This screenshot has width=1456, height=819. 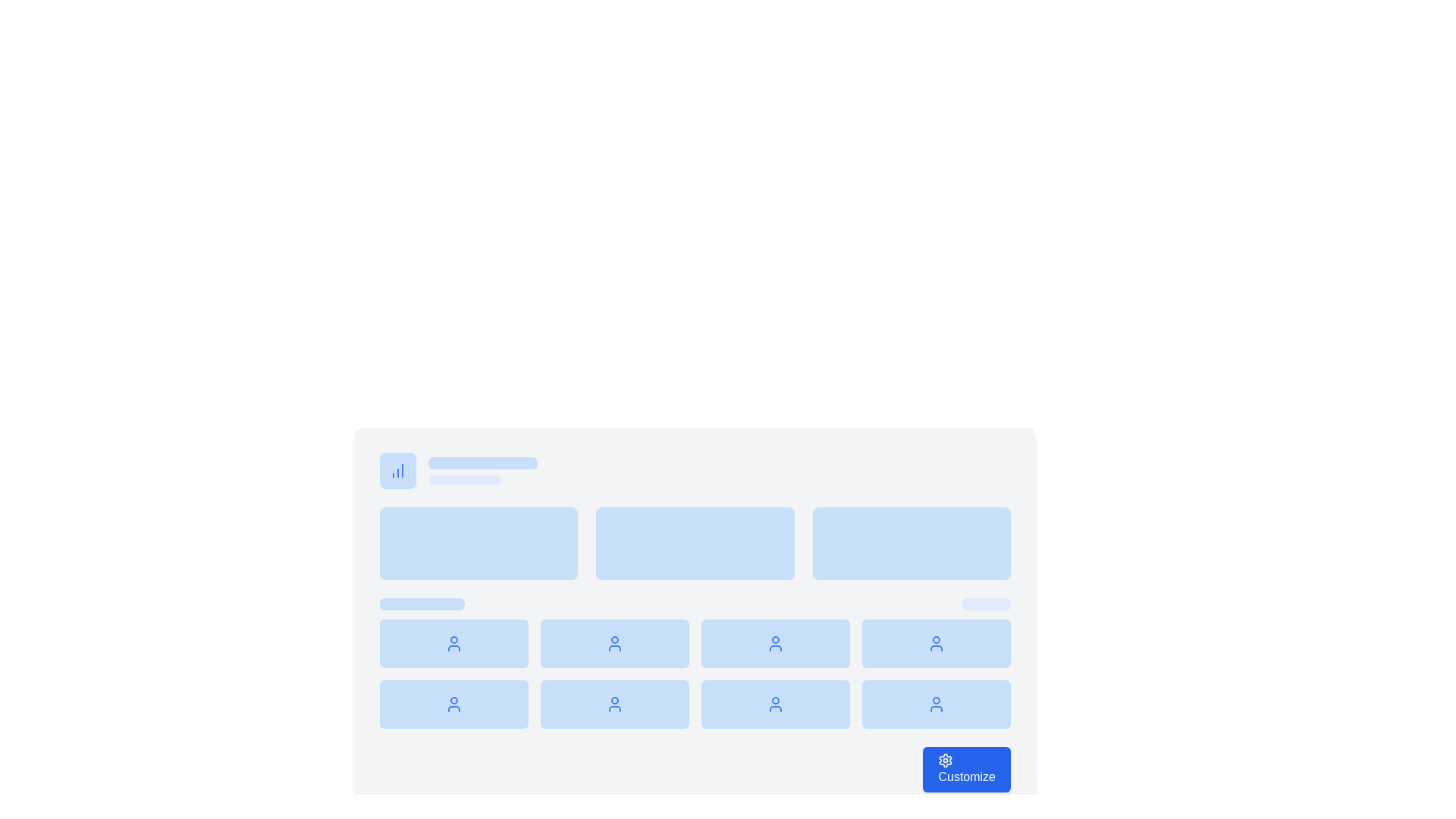 I want to click on the loading animation of the Skeleton Placeholder, which is a light blue rectangular card-like shape with rounded corners, positioned at the top-left section of the interface, so click(x=482, y=462).